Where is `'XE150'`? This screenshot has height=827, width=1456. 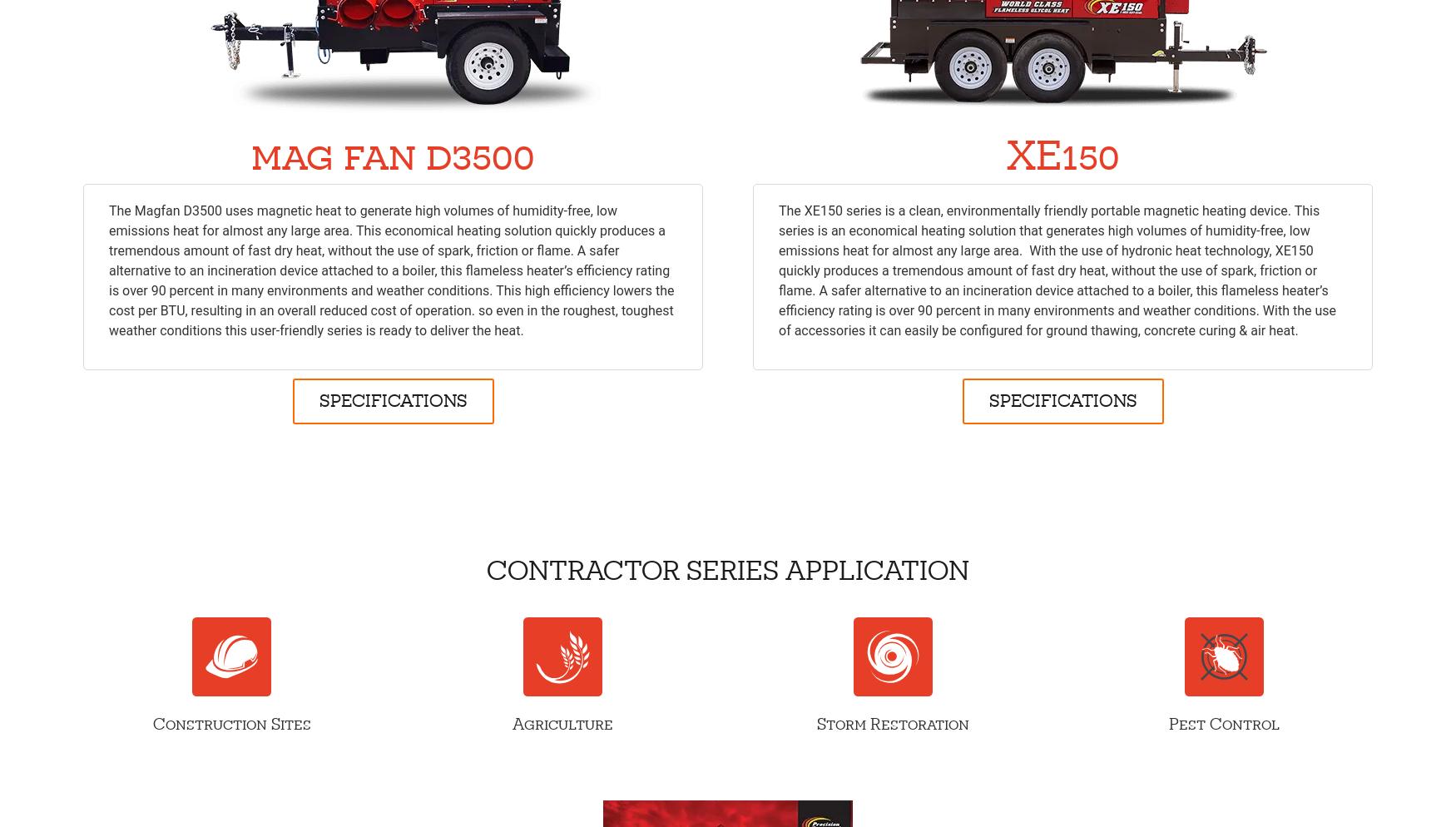
'XE150' is located at coordinates (1061, 154).